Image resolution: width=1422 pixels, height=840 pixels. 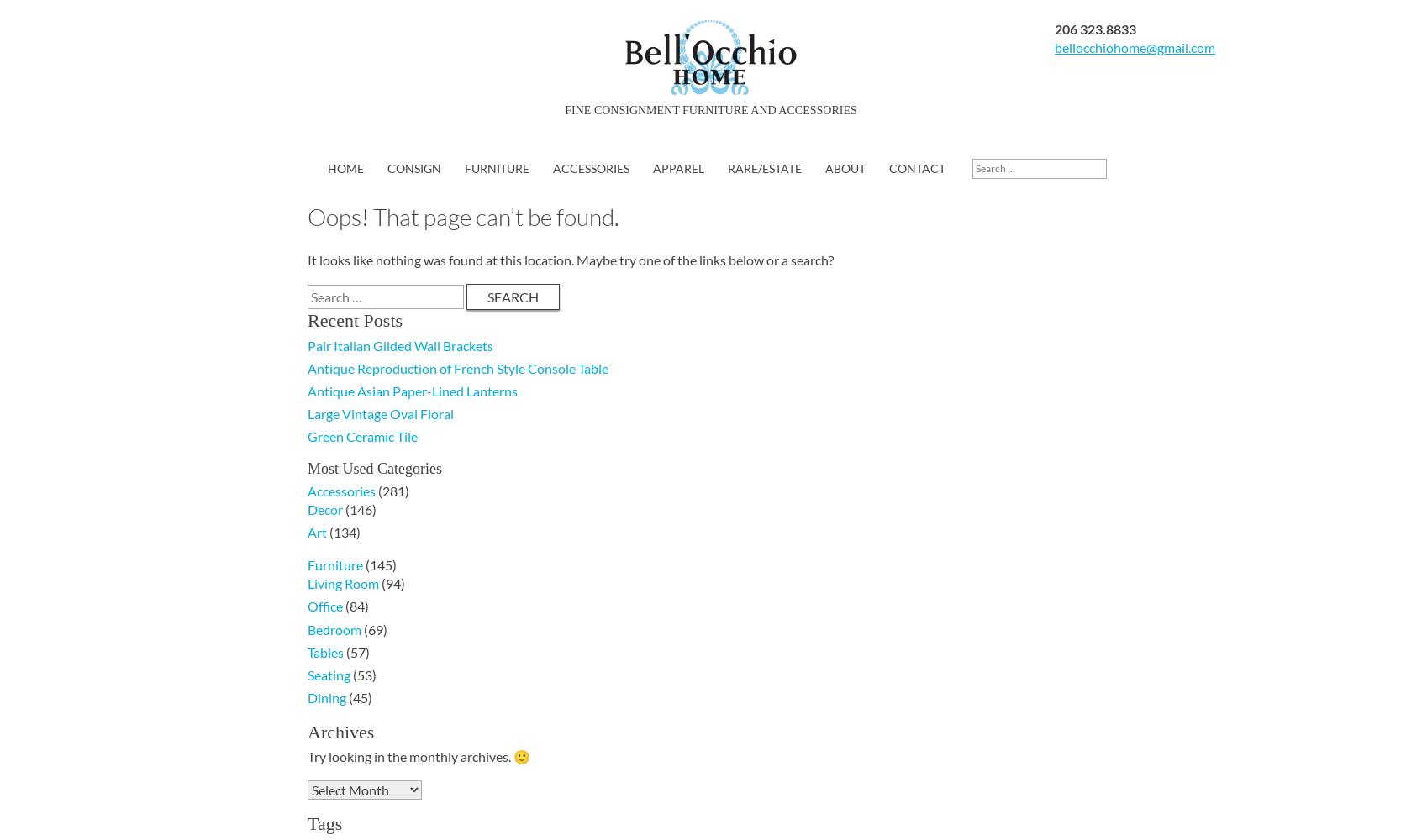 I want to click on 'Green Ceramic Tile', so click(x=307, y=436).